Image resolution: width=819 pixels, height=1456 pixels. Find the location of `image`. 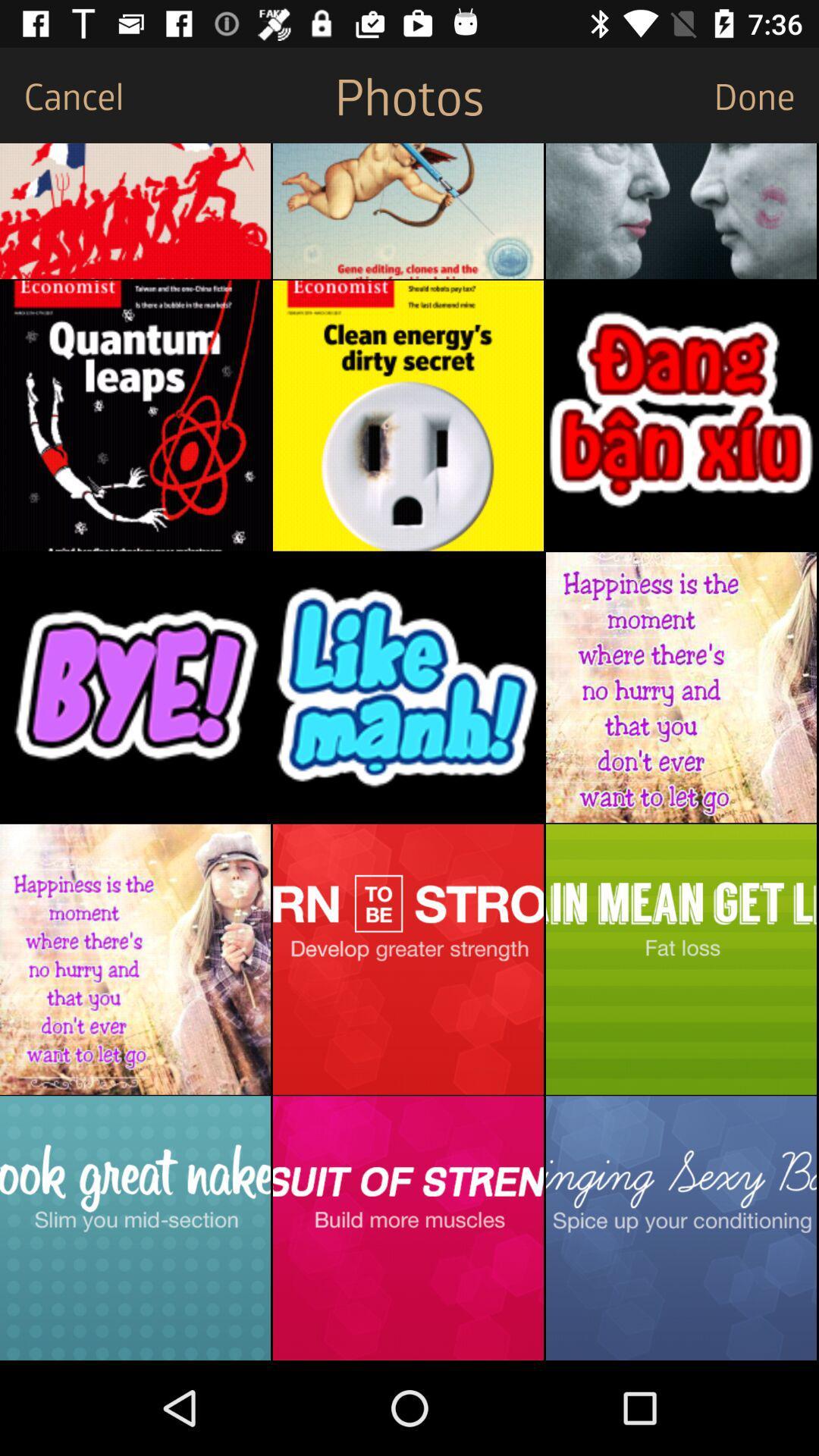

image is located at coordinates (680, 1228).